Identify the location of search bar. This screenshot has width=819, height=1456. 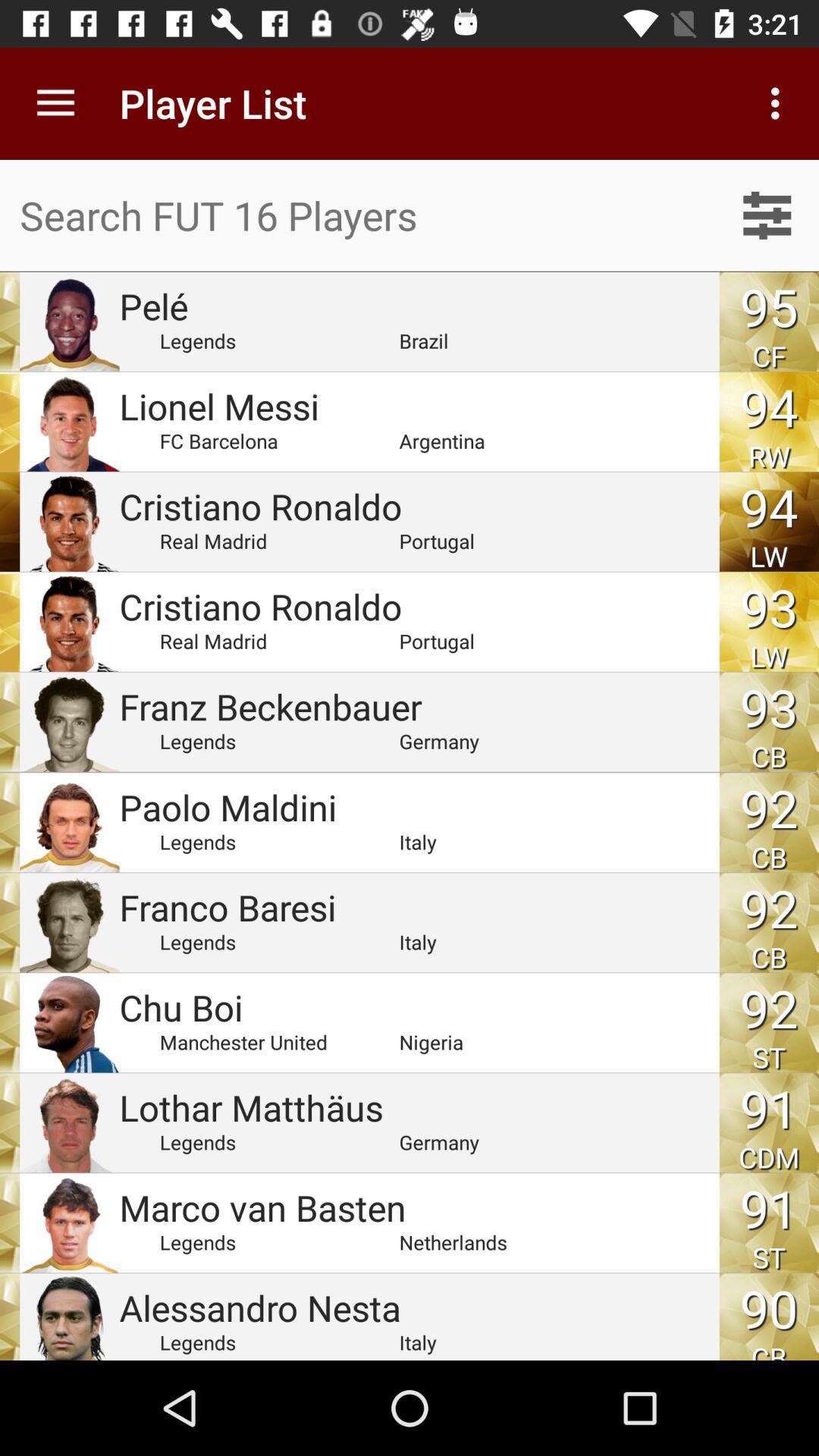
(357, 215).